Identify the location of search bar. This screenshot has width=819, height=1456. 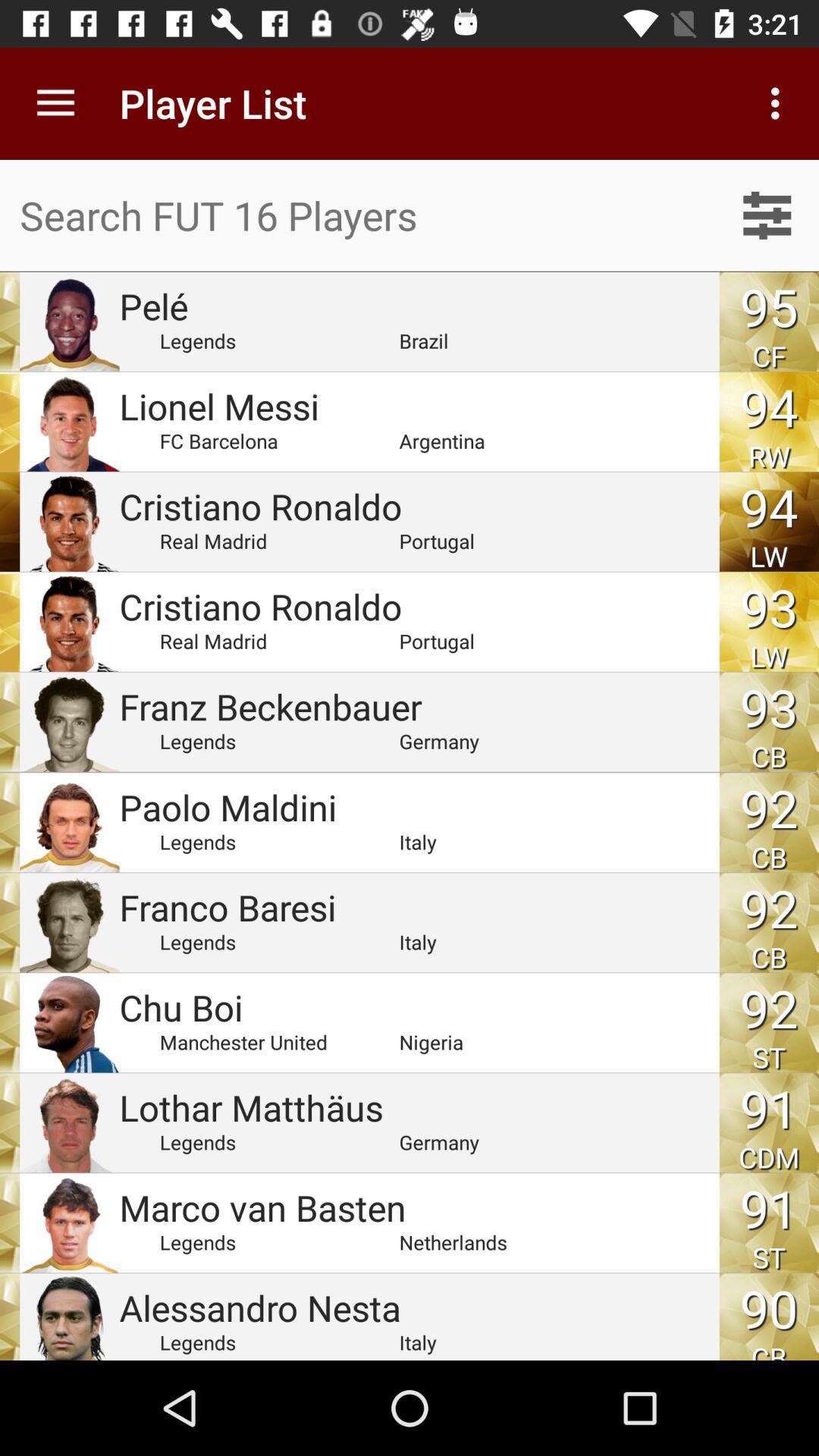
(357, 215).